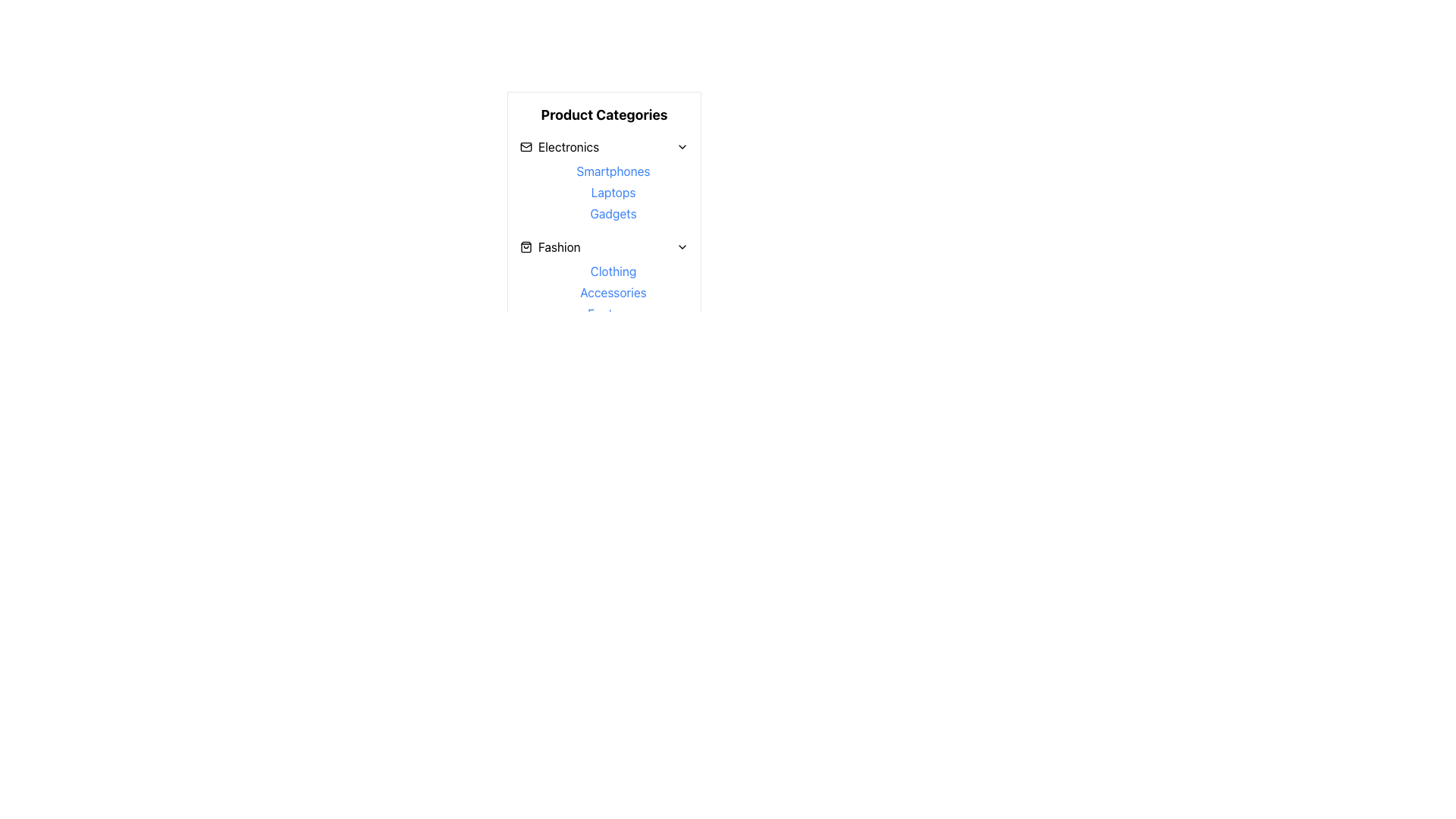  What do you see at coordinates (613, 192) in the screenshot?
I see `the text label displaying 'Laptops' in blue color` at bounding box center [613, 192].